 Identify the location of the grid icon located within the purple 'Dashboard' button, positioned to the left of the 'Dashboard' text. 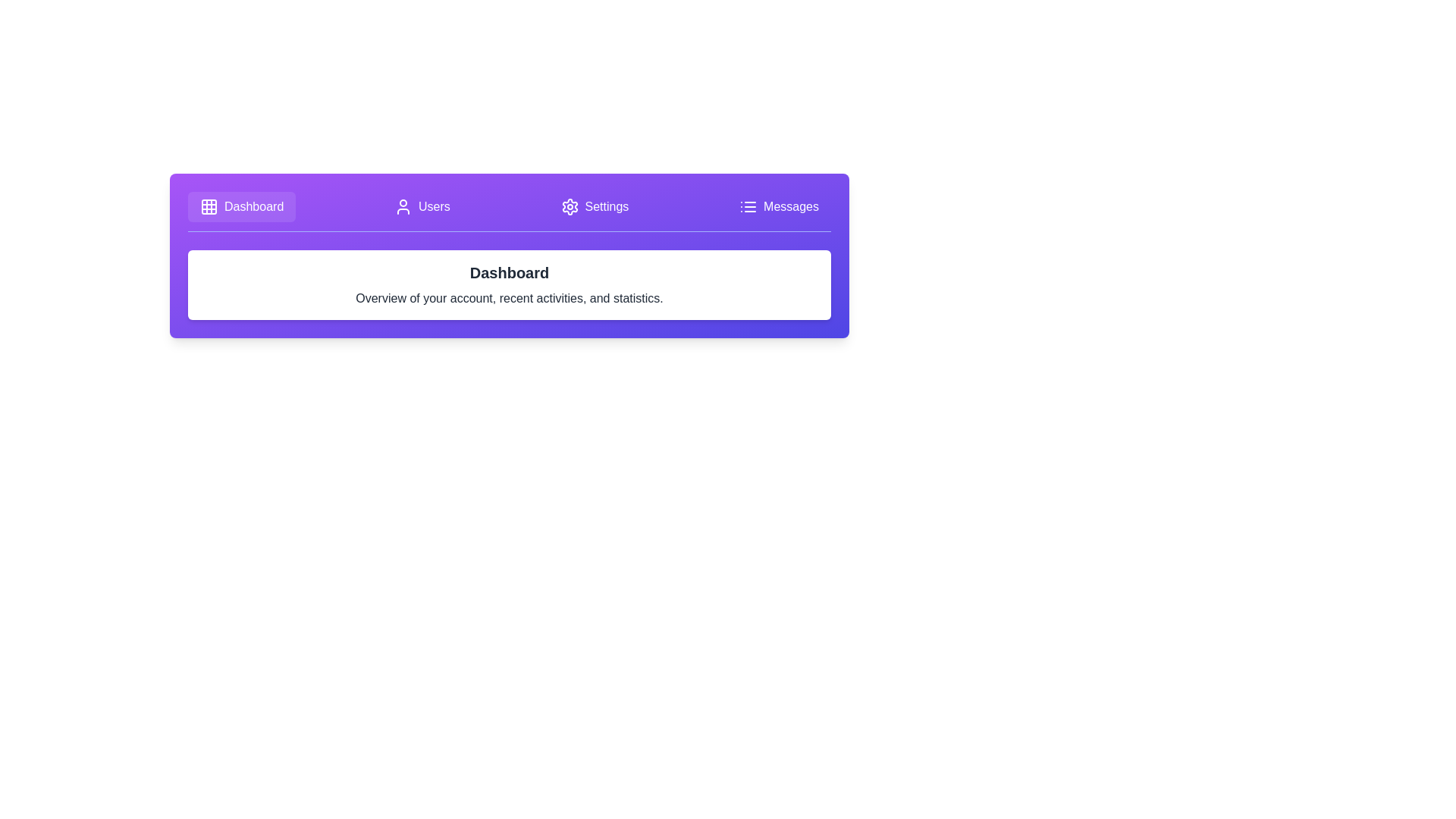
(208, 207).